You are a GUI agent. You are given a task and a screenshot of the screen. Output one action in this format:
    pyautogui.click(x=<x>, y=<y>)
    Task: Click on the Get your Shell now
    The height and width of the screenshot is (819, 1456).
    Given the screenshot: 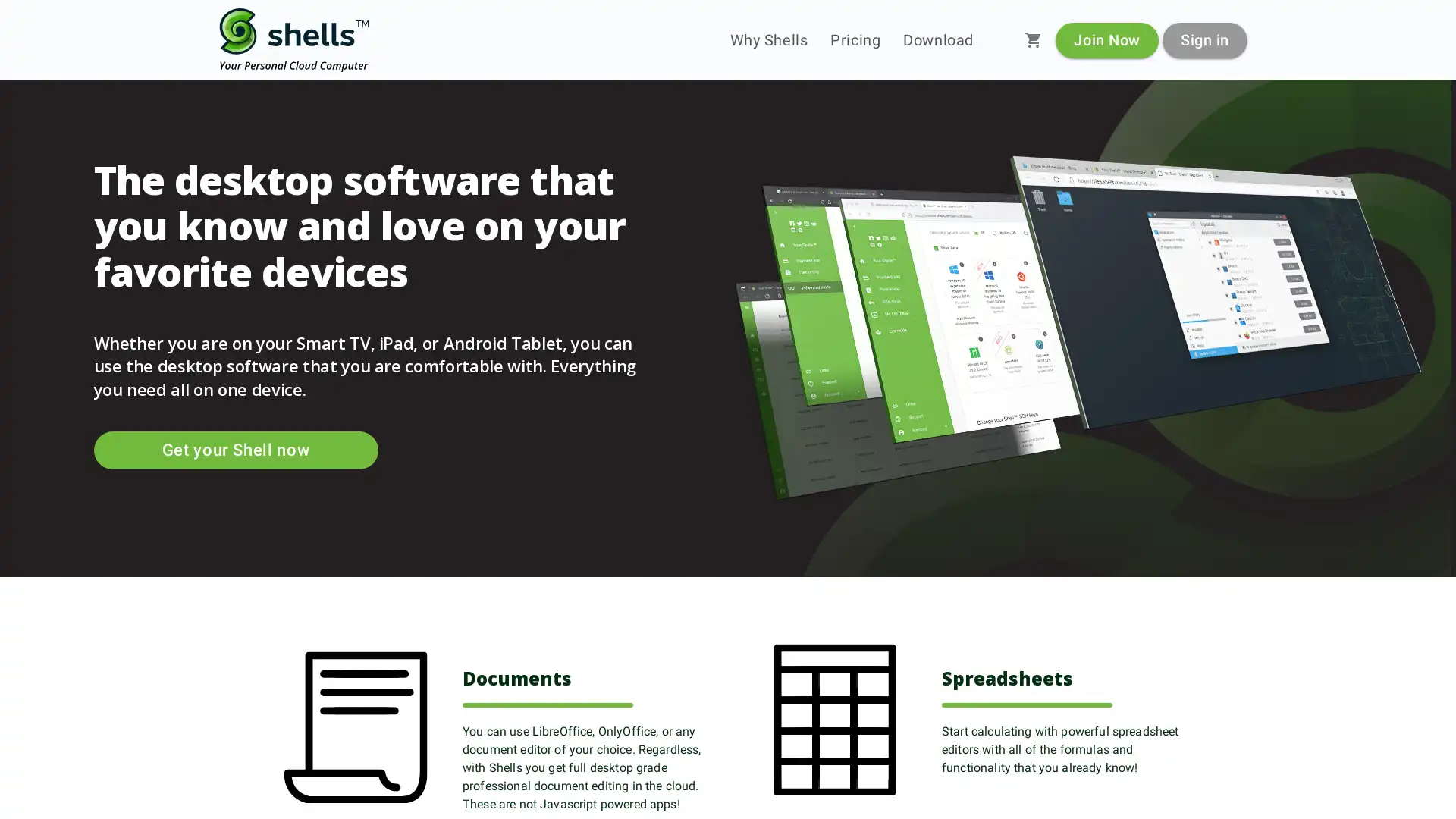 What is the action you would take?
    pyautogui.click(x=234, y=449)
    